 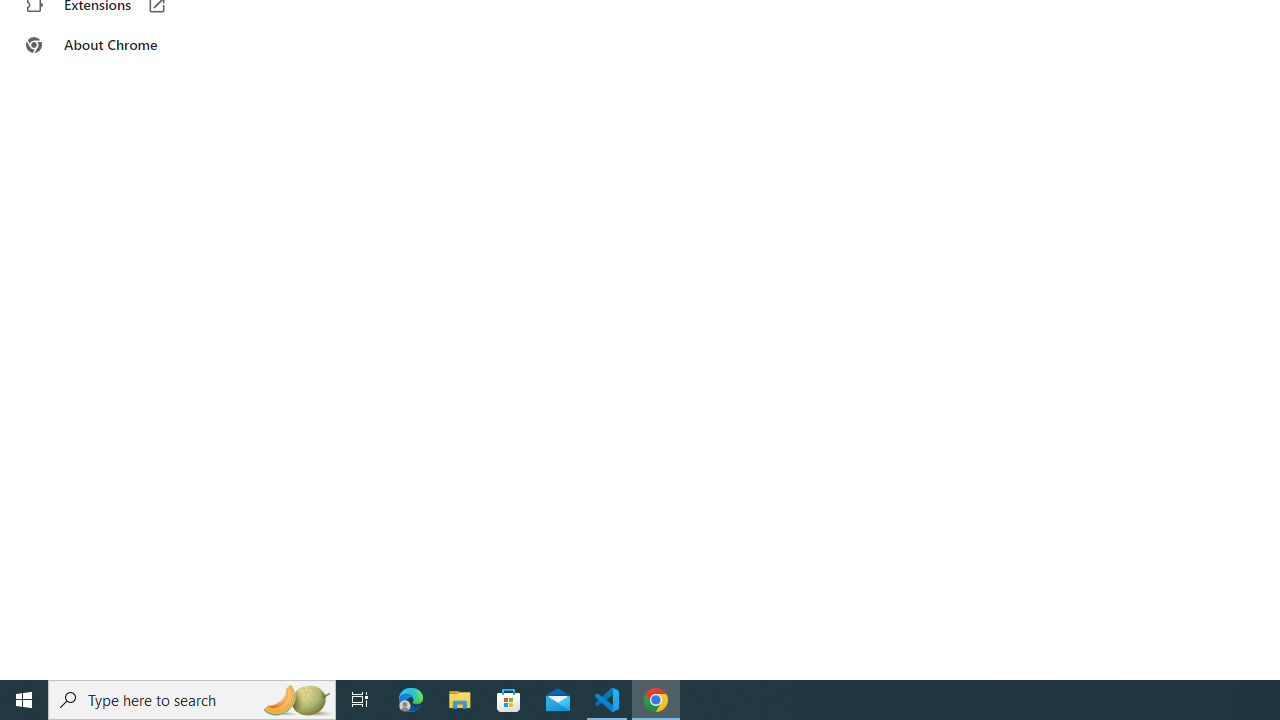 What do you see at coordinates (359, 698) in the screenshot?
I see `'Task View'` at bounding box center [359, 698].